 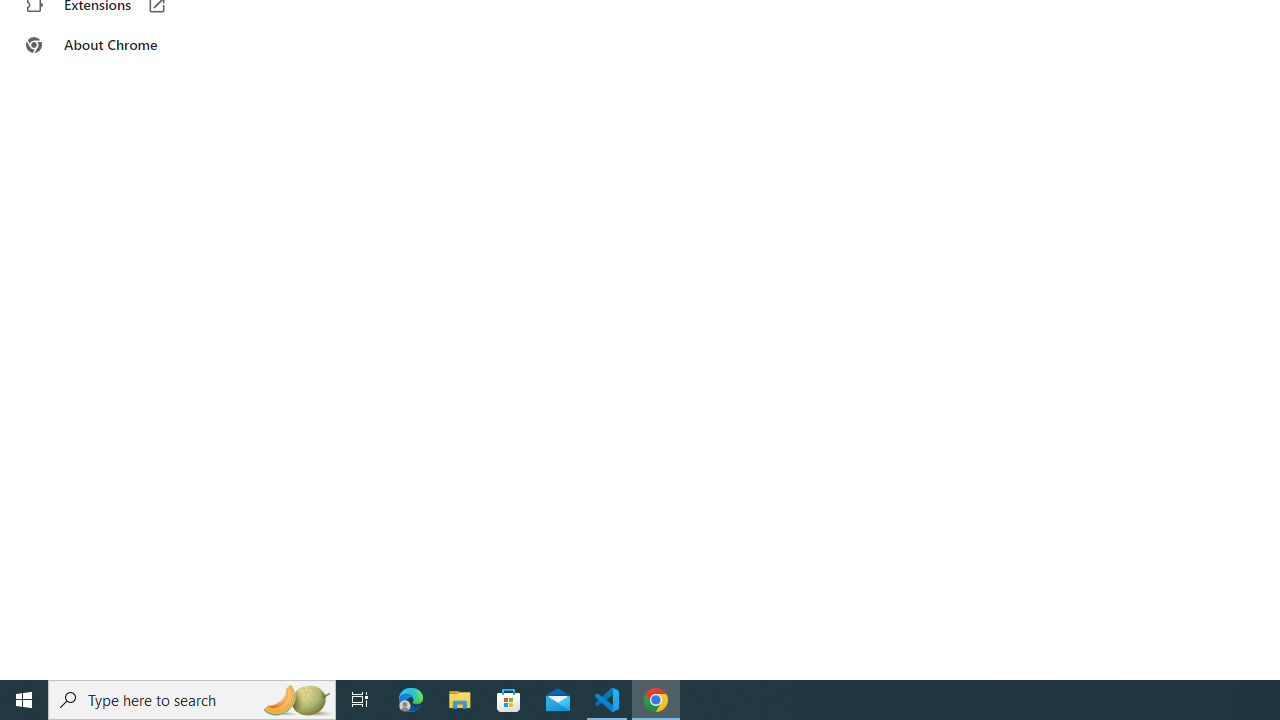 What do you see at coordinates (359, 698) in the screenshot?
I see `'Task View'` at bounding box center [359, 698].